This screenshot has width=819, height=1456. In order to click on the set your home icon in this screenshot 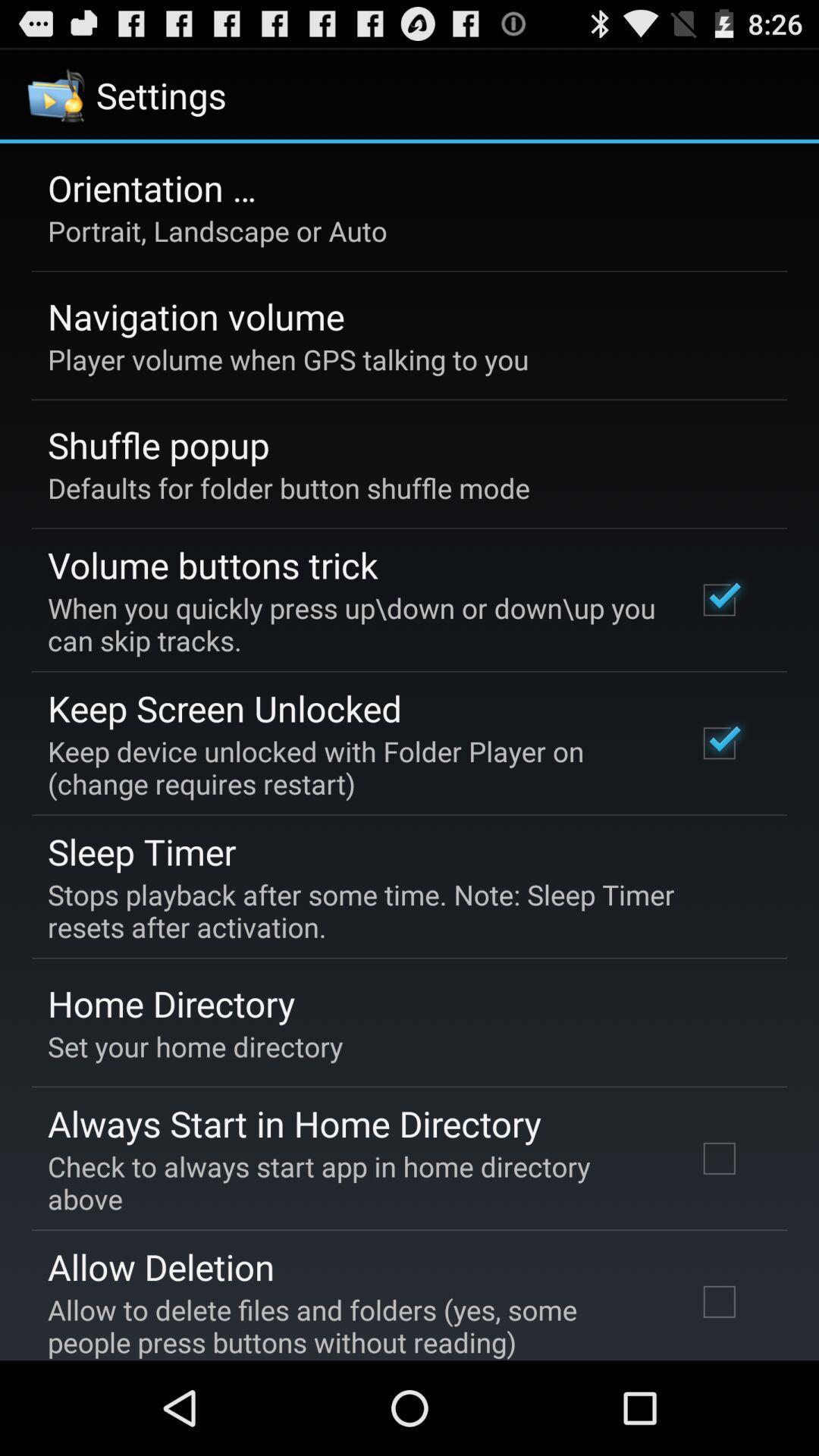, I will do `click(194, 1046)`.